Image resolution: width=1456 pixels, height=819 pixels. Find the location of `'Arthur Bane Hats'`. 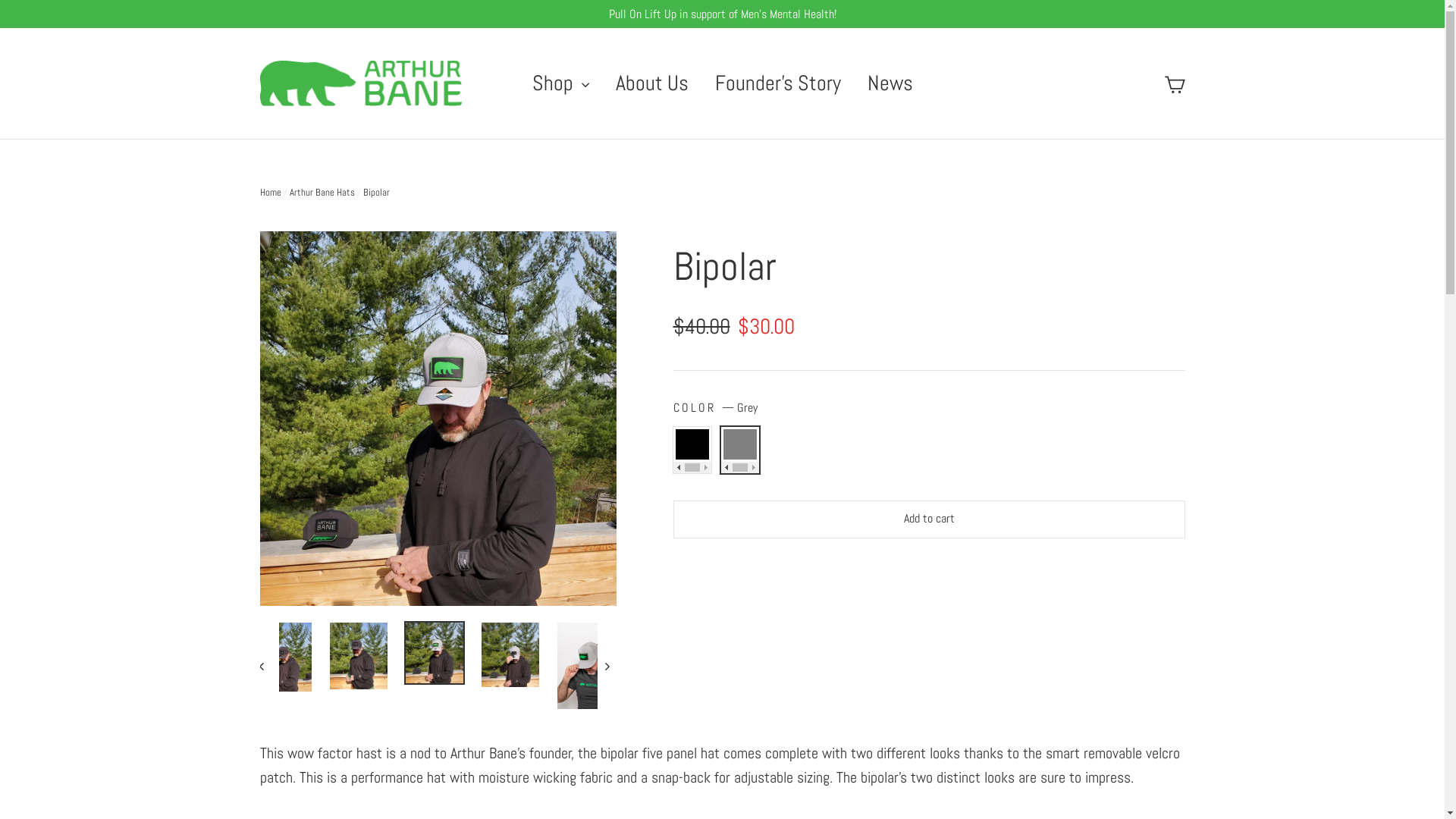

'Arthur Bane Hats' is located at coordinates (322, 191).